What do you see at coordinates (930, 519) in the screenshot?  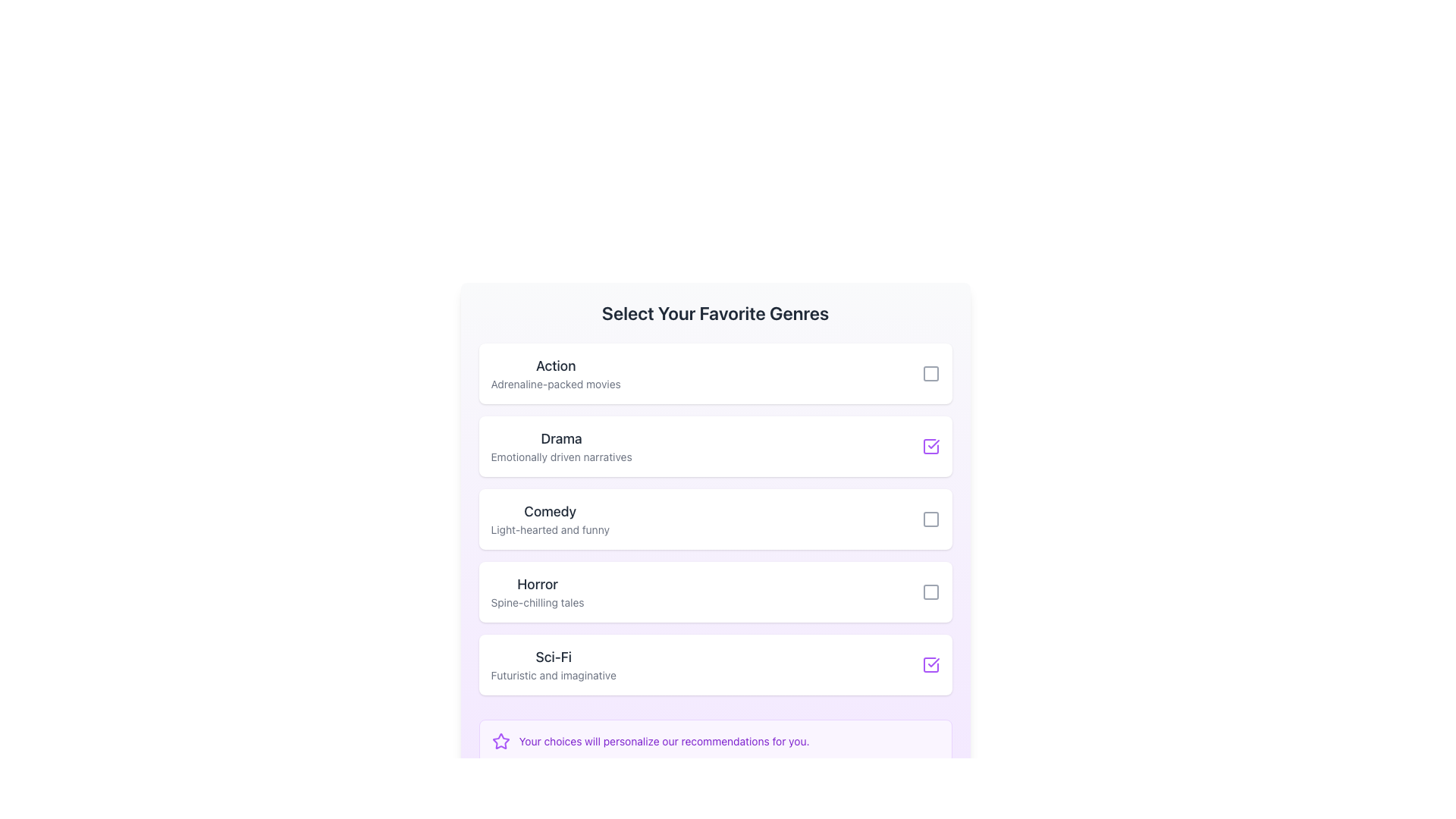 I see `the checkbox element located to the right of the text 'Comedy', which is the third element in a vertical stack of similar elements` at bounding box center [930, 519].